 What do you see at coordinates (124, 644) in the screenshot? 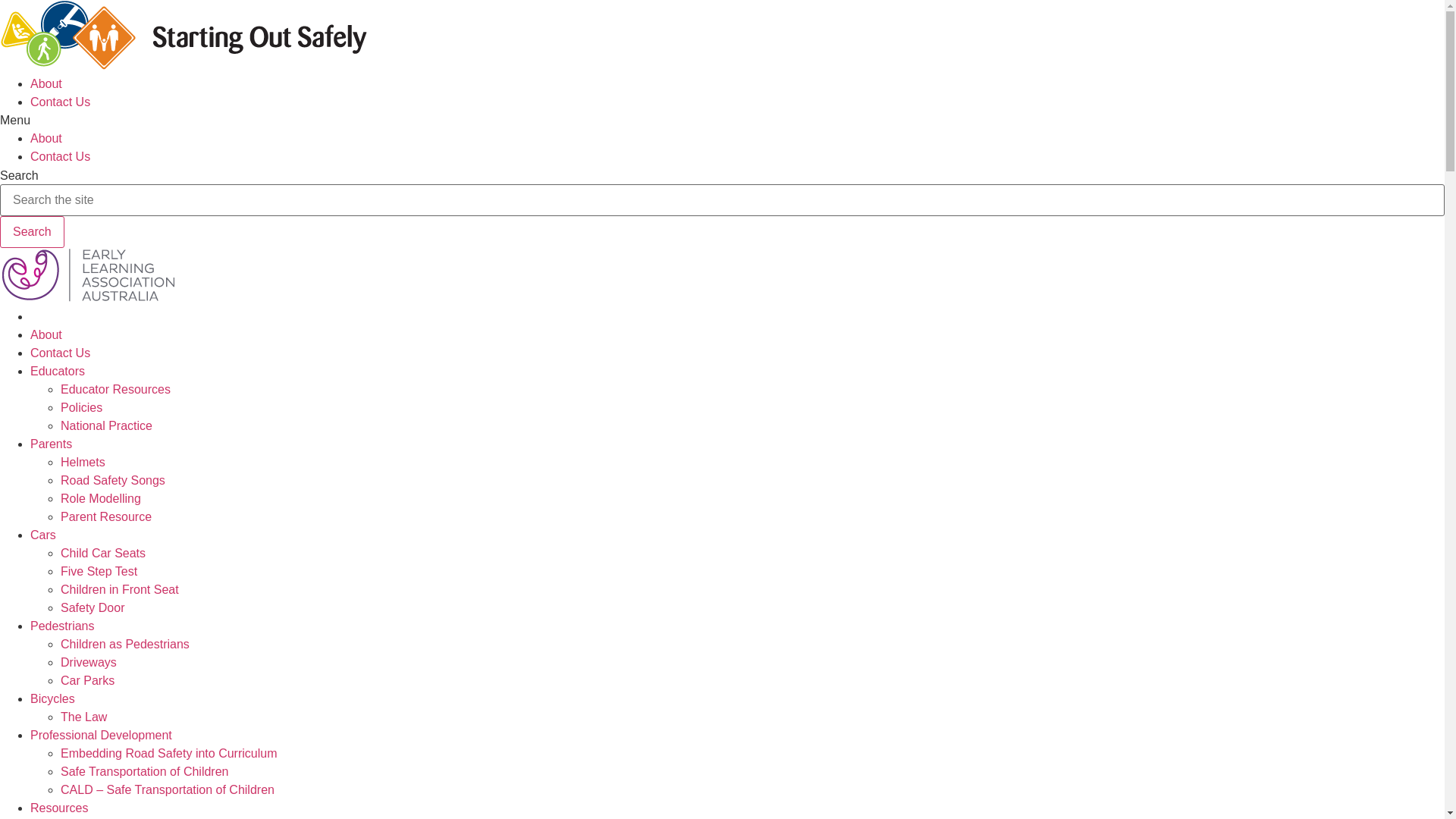
I see `'Children as Pedestrians'` at bounding box center [124, 644].